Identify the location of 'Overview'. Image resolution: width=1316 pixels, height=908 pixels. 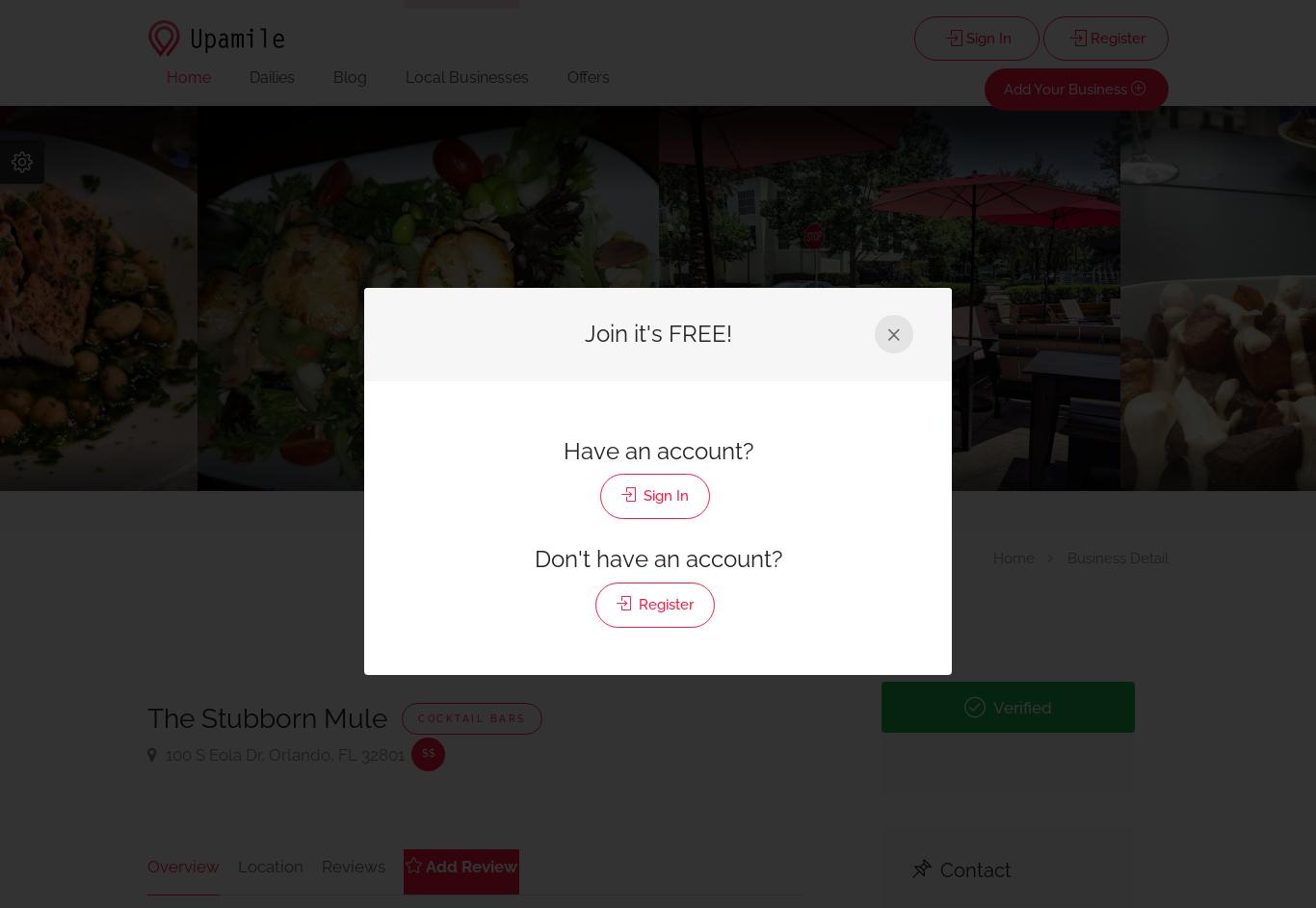
(182, 864).